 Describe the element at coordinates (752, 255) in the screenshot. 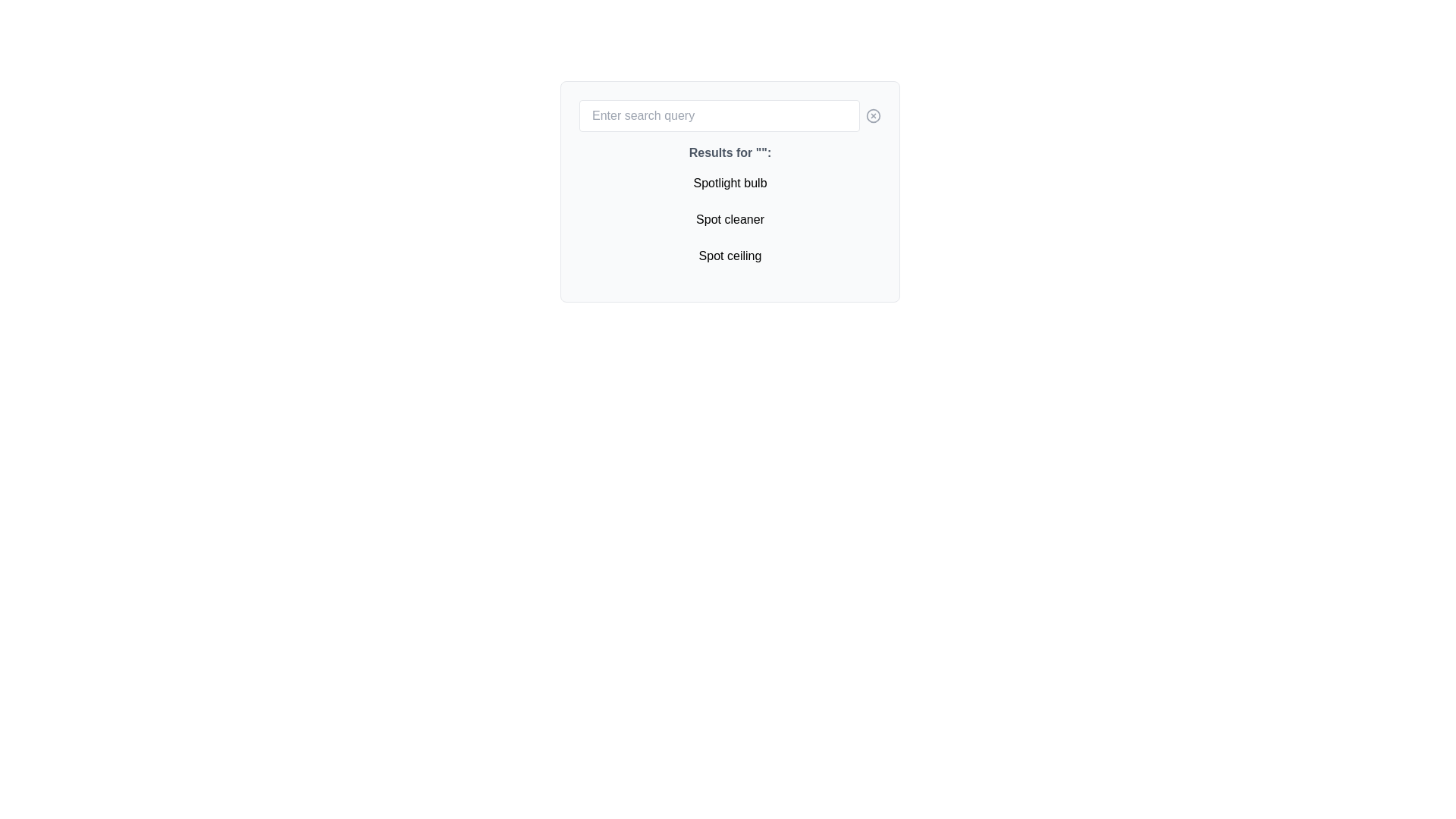

I see `the lowercase letter 'n' in the word 'ceiling' within the third item of the search results dropdown` at that location.